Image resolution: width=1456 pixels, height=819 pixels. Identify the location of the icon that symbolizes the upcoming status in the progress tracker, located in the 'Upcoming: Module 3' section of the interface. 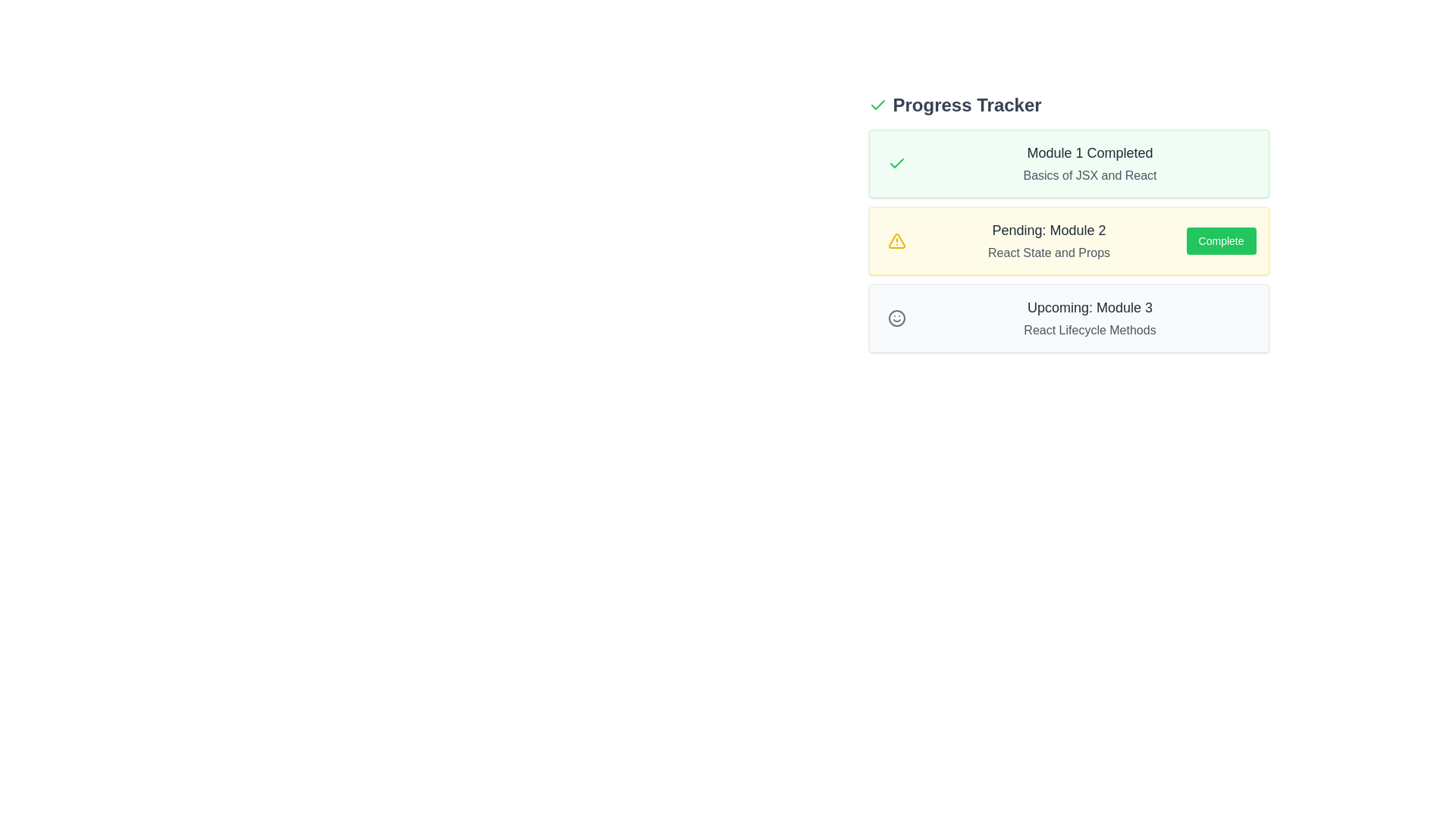
(896, 318).